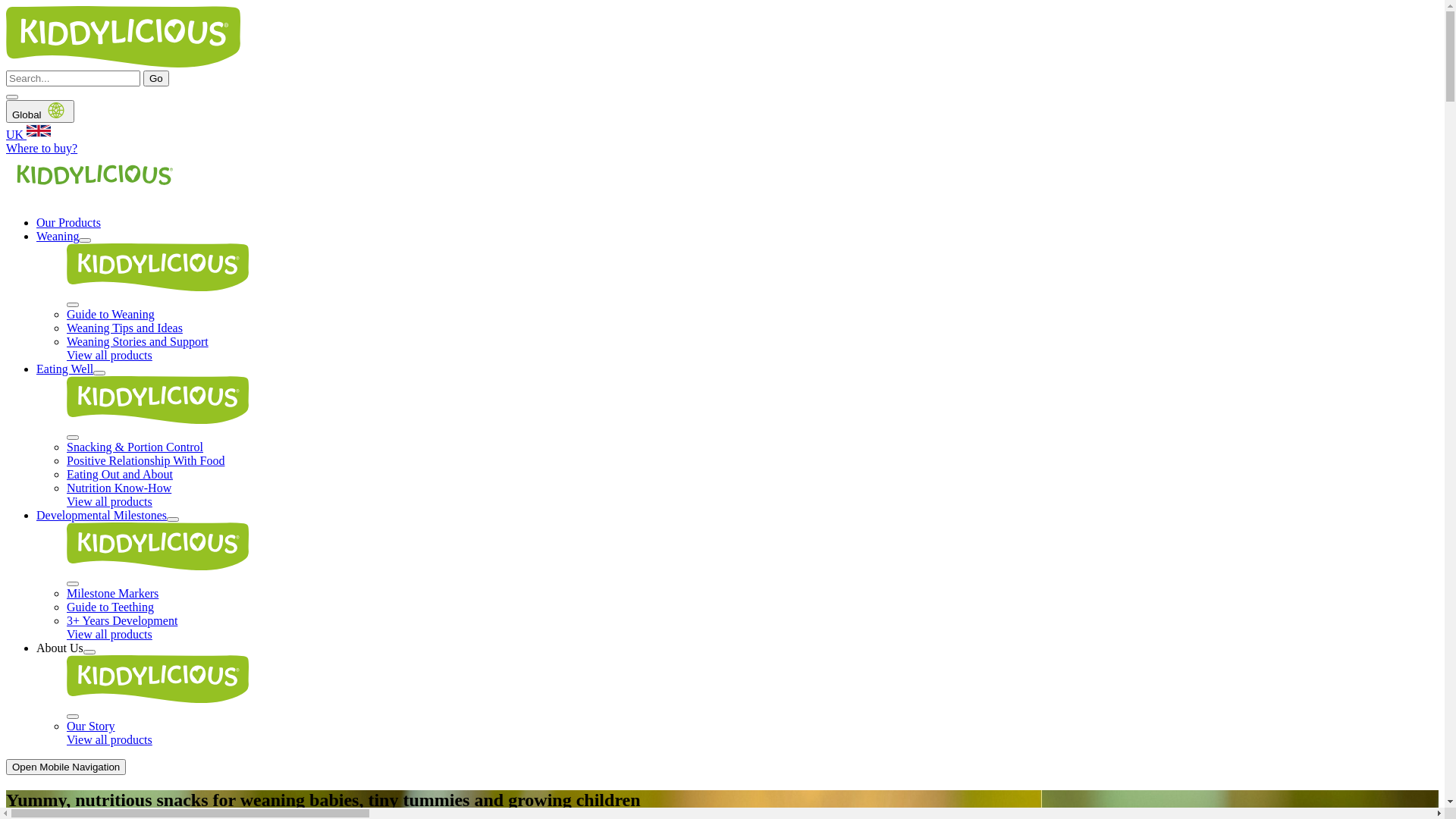 This screenshot has height=819, width=1456. Describe the element at coordinates (137, 341) in the screenshot. I see `'Weaning Stories and Support'` at that location.